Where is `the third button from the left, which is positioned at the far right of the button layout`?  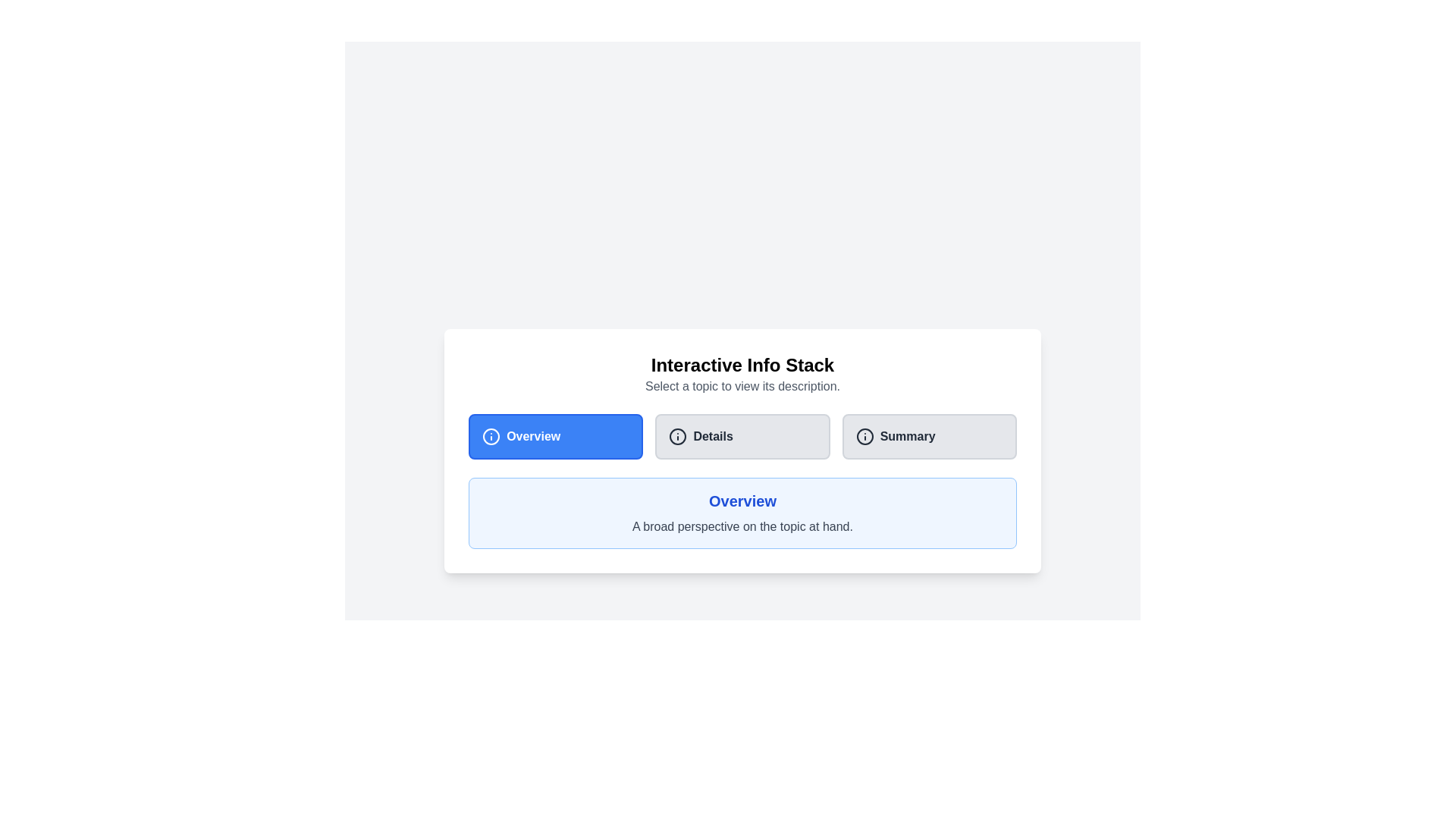 the third button from the left, which is positioned at the far right of the button layout is located at coordinates (928, 436).